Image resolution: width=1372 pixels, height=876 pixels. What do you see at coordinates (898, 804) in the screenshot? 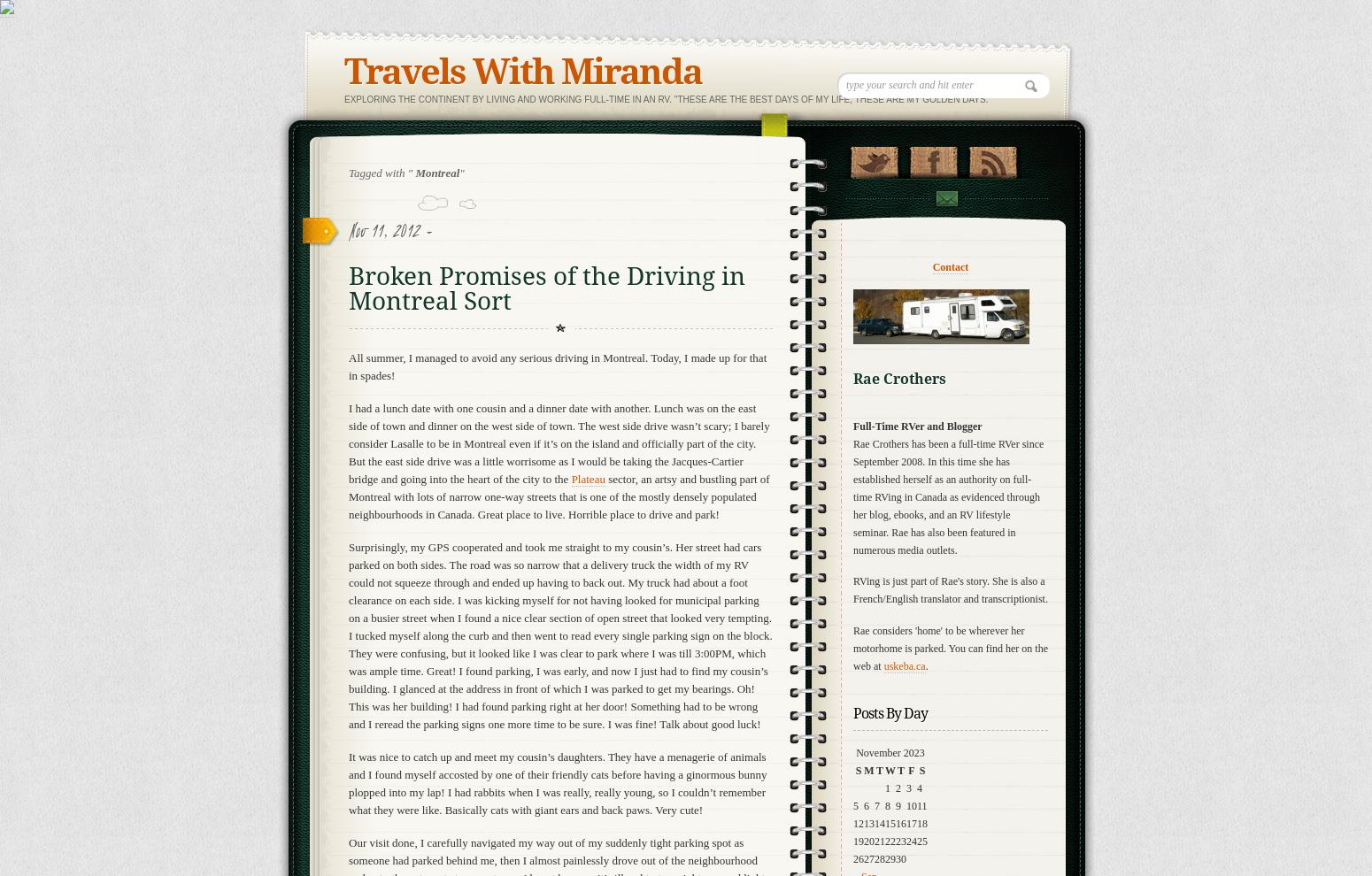
I see `'9'` at bounding box center [898, 804].